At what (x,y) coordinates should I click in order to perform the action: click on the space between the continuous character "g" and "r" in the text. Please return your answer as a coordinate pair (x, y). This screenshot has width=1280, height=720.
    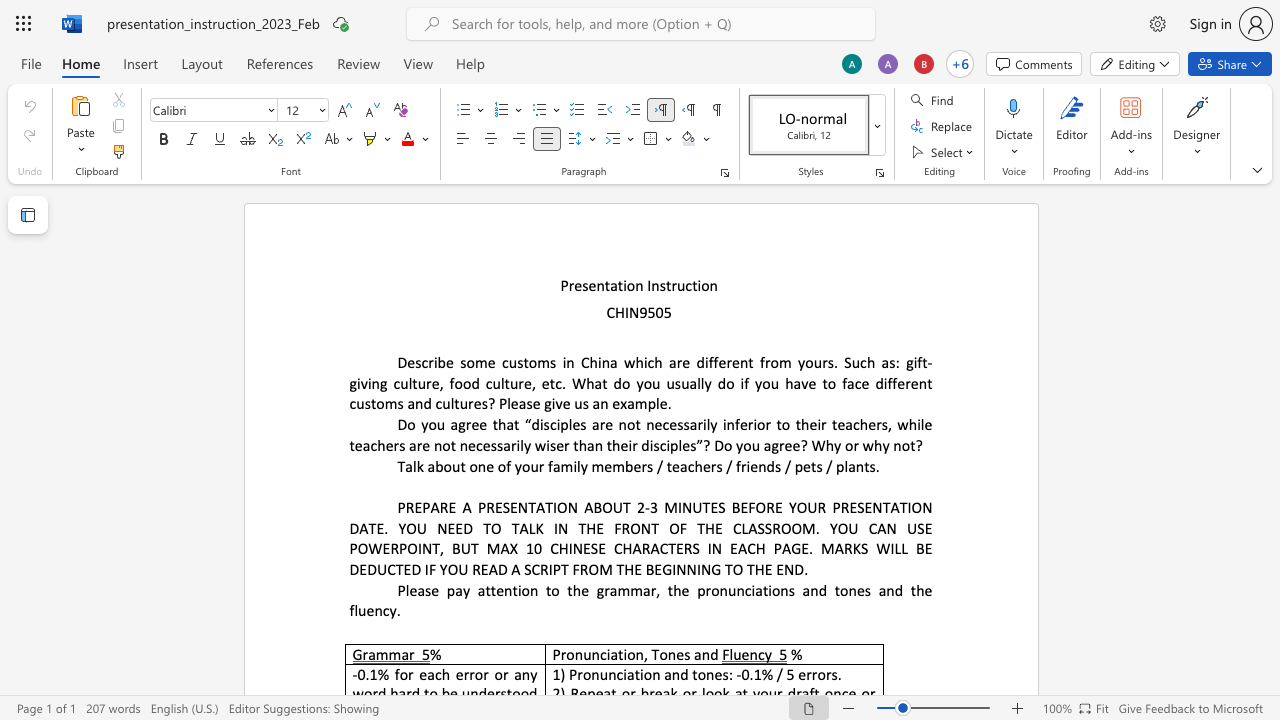
    Looking at the image, I should click on (602, 589).